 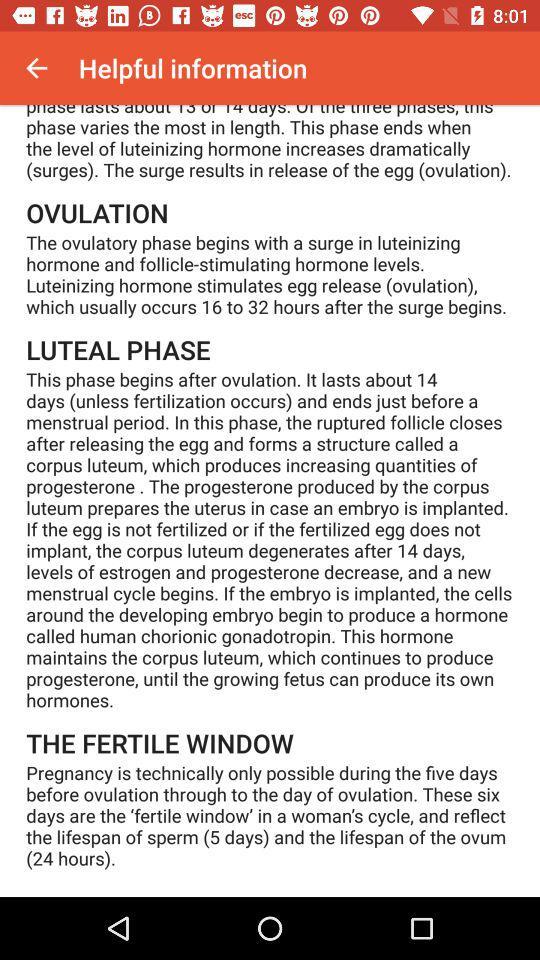 I want to click on the item above the menstrual cycle, so click(x=36, y=68).